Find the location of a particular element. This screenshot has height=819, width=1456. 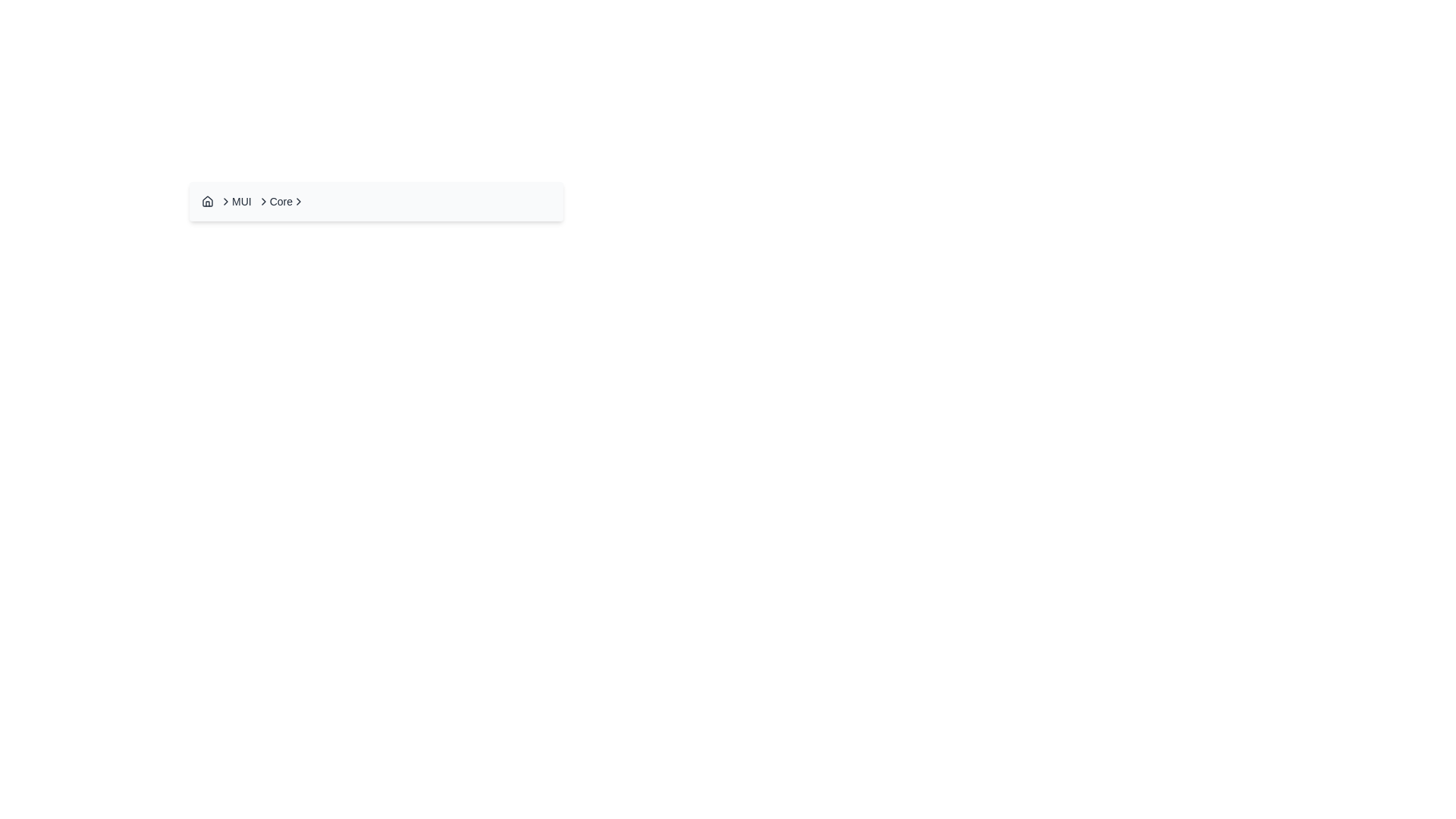

the chevron right icon located to the right of the text labeled 'Core' is located at coordinates (298, 201).